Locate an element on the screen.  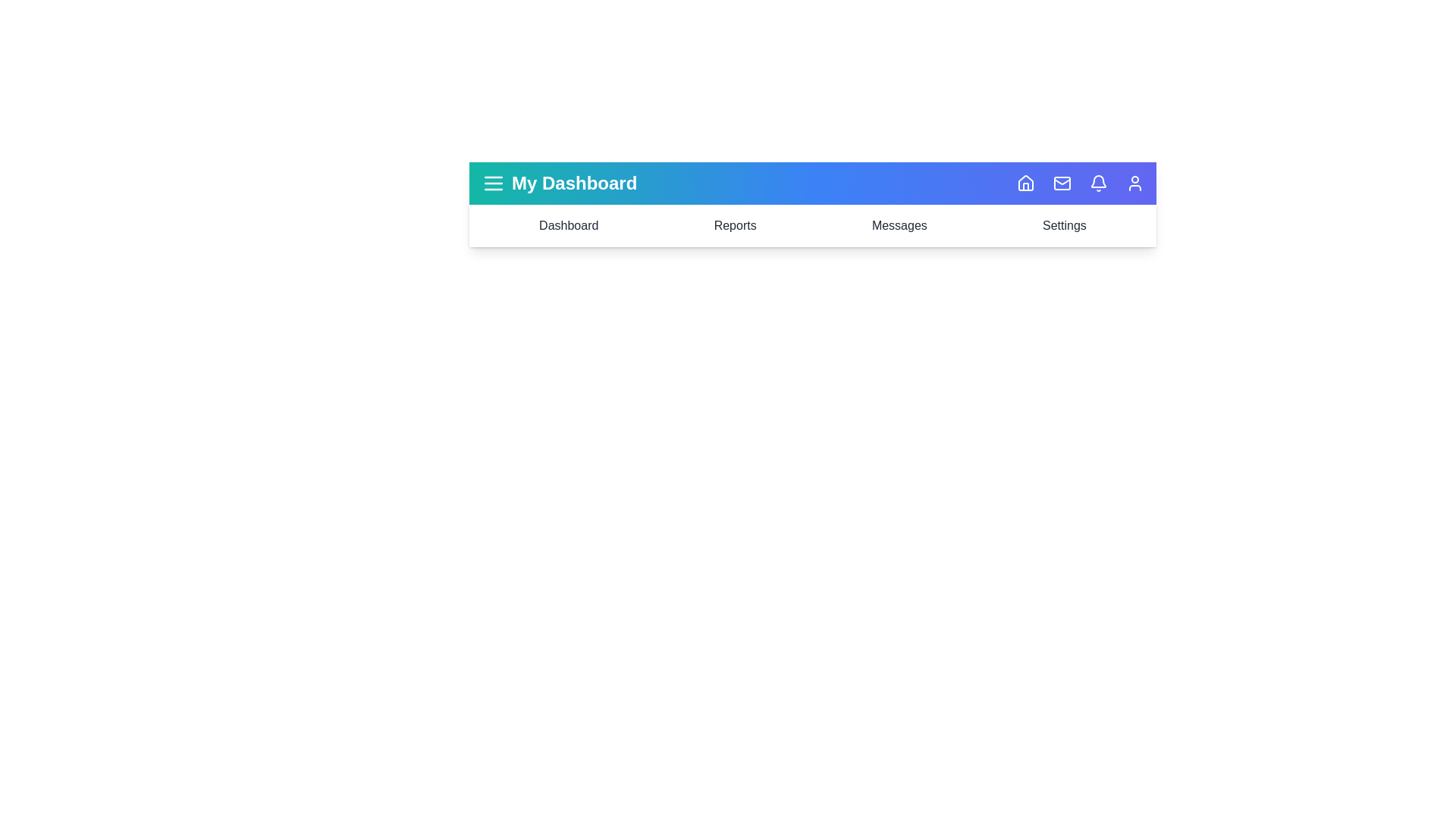
the mail icon in the top bar is located at coordinates (1062, 183).